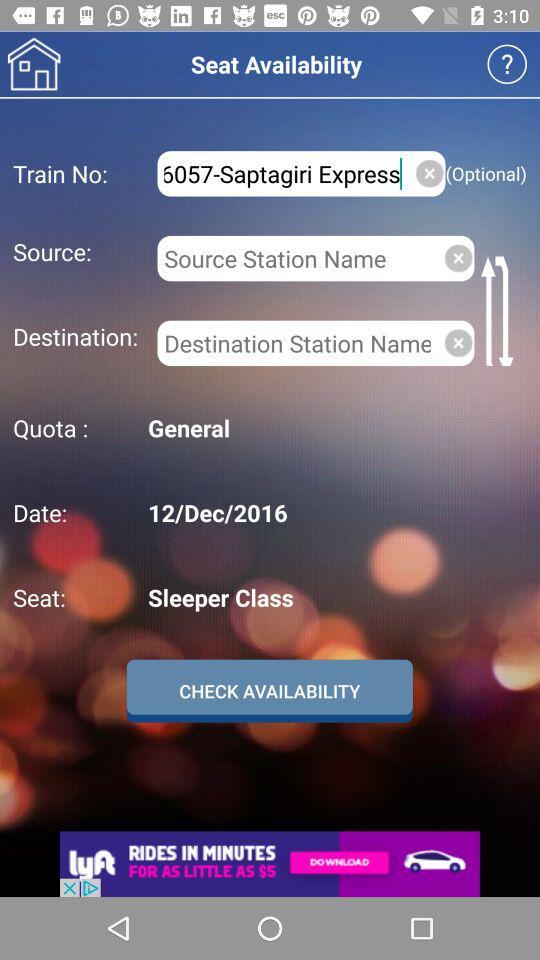 This screenshot has width=540, height=960. I want to click on the close icon, so click(428, 172).